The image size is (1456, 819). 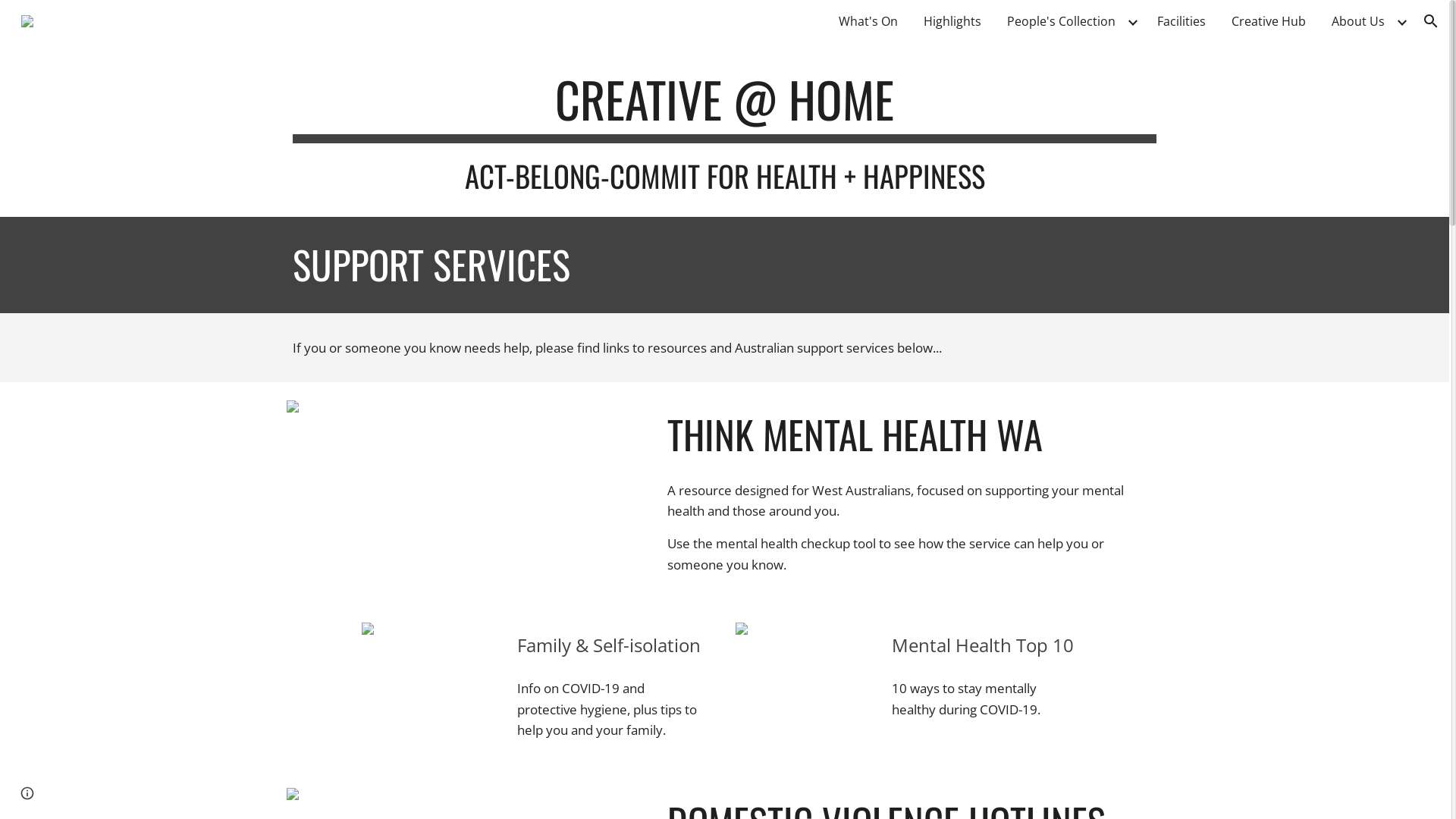 I want to click on 'What's On', so click(x=868, y=20).